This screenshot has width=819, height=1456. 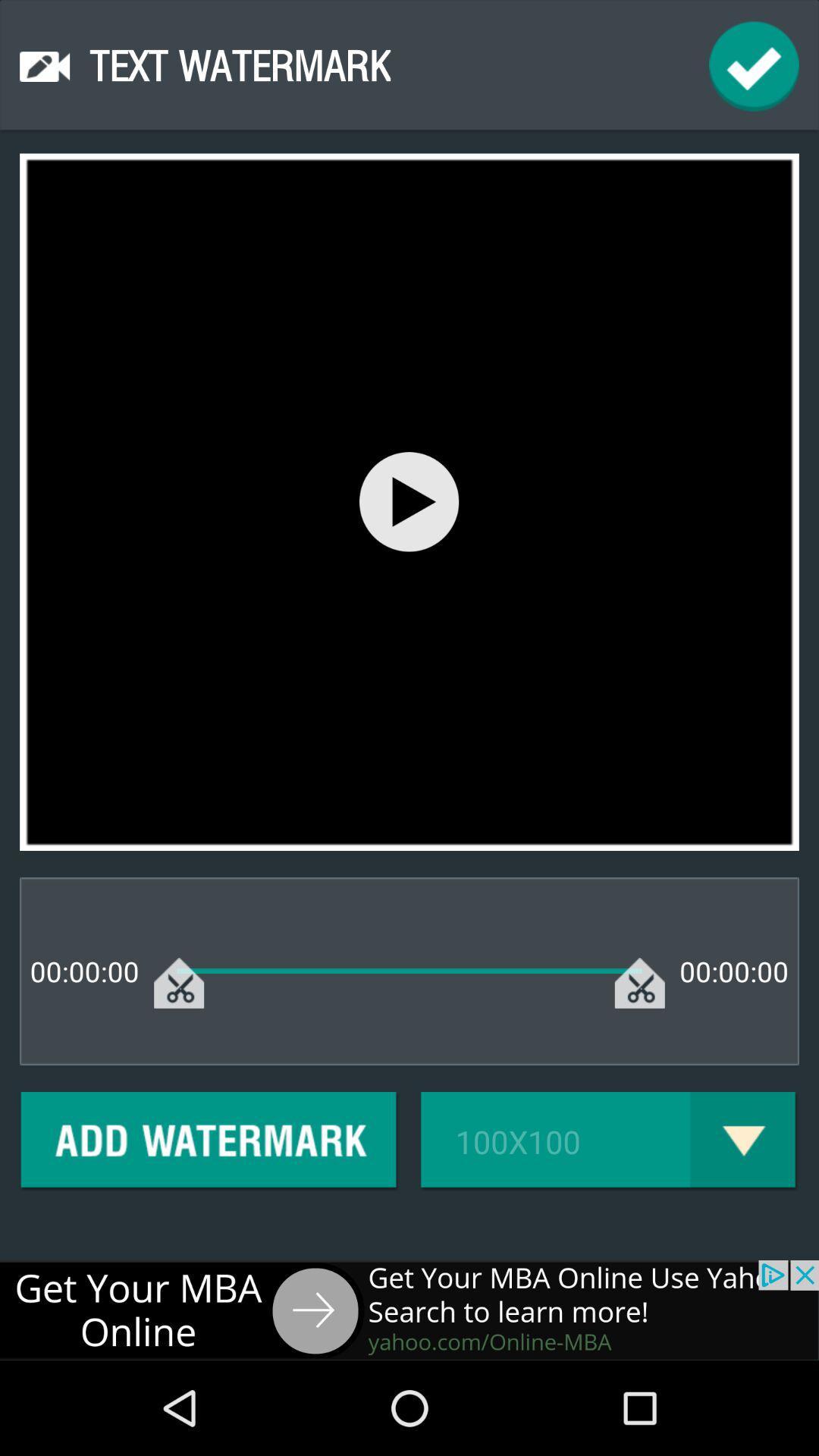 I want to click on advertisements website, so click(x=409, y=1309).